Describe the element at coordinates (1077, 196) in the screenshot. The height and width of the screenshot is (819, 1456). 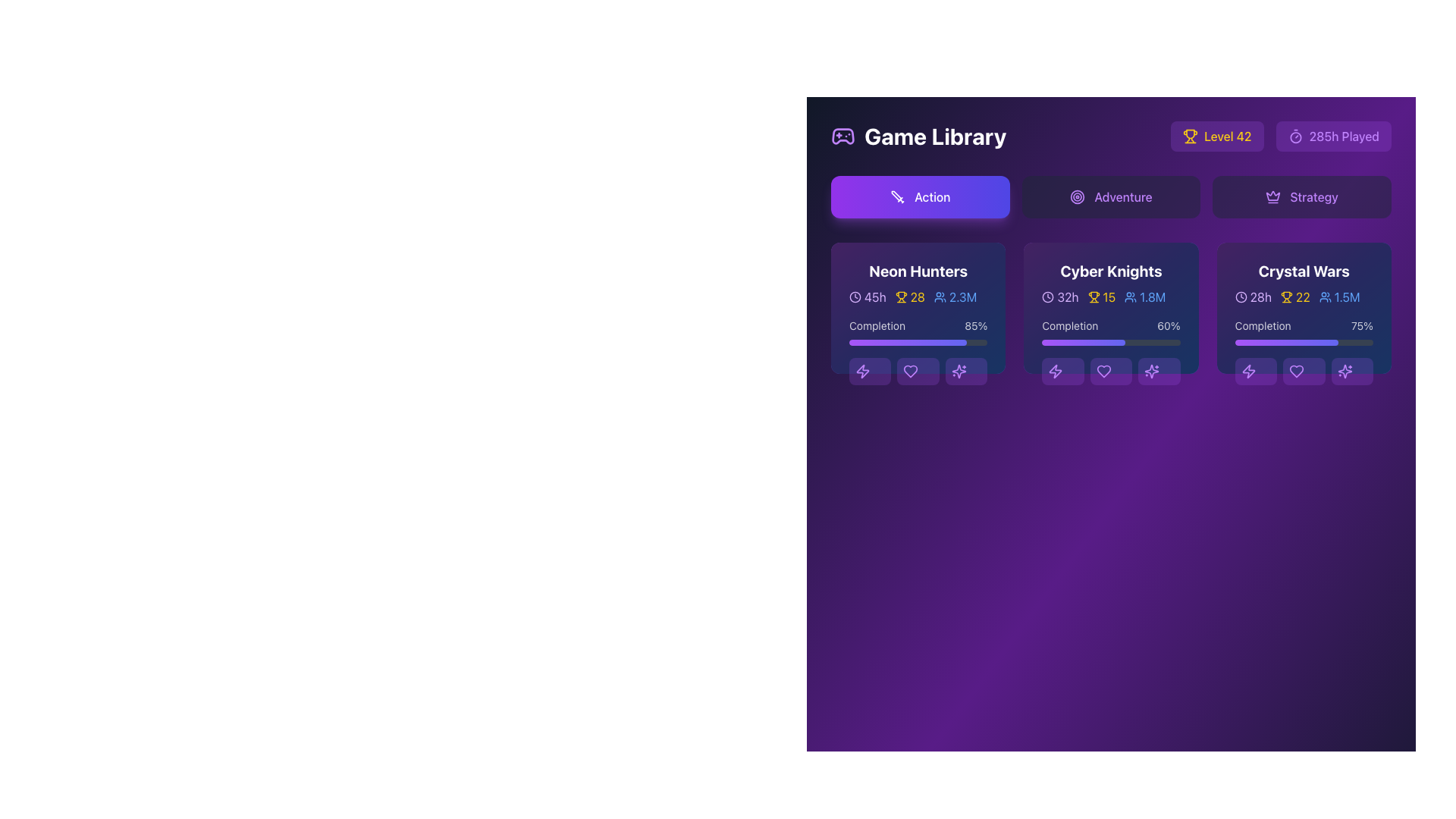
I see `the 'Adventure' category icon, located to the left of the button text 'Adventure' in the Game Library interface, which is positioned between the 'Action' and 'Strategy' buttons` at that location.